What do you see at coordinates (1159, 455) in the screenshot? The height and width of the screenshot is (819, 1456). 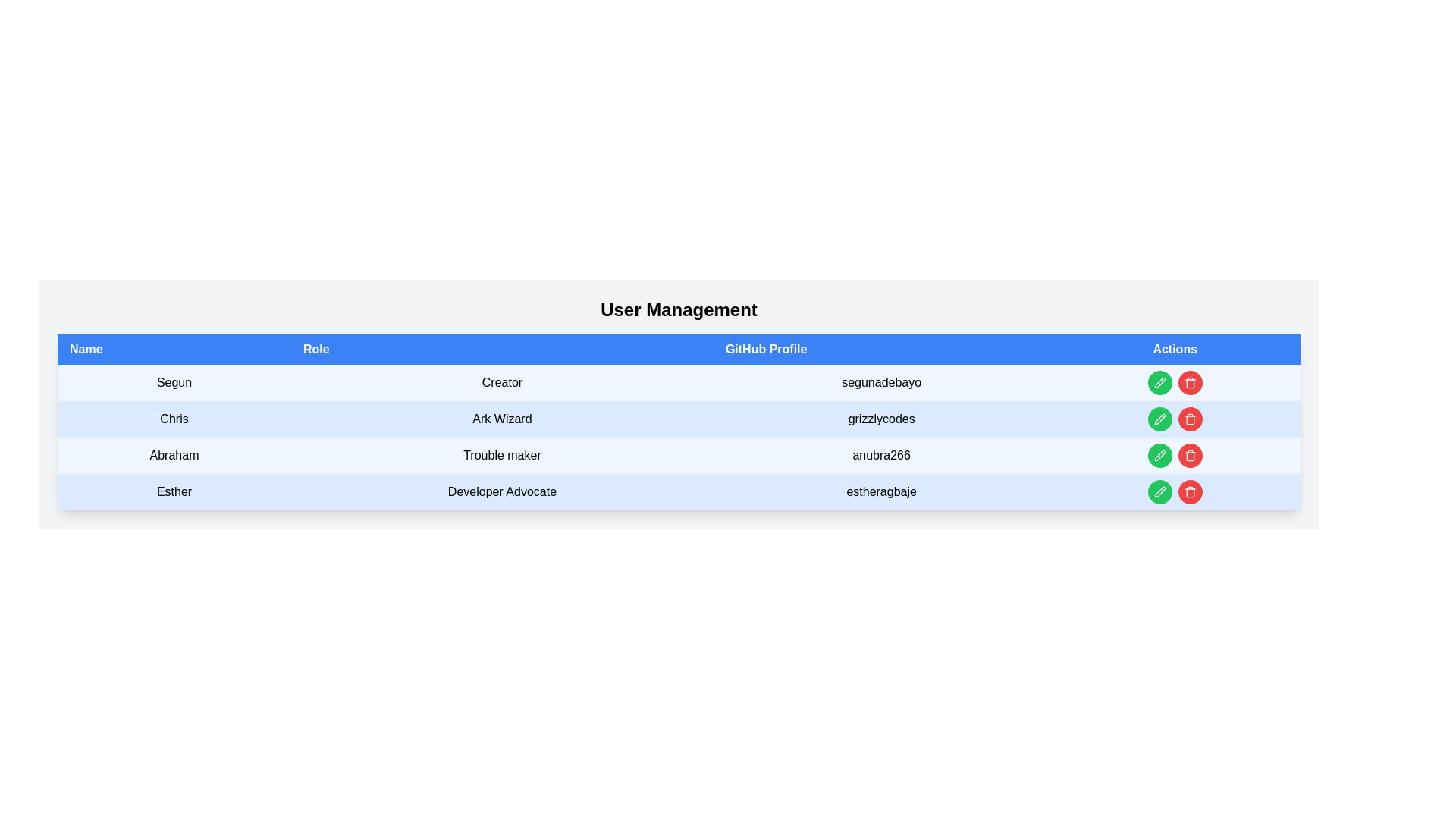 I see `the pencil-shaped SVG icon button with a green circular background in the Actions column for user 'Abraham'` at bounding box center [1159, 455].